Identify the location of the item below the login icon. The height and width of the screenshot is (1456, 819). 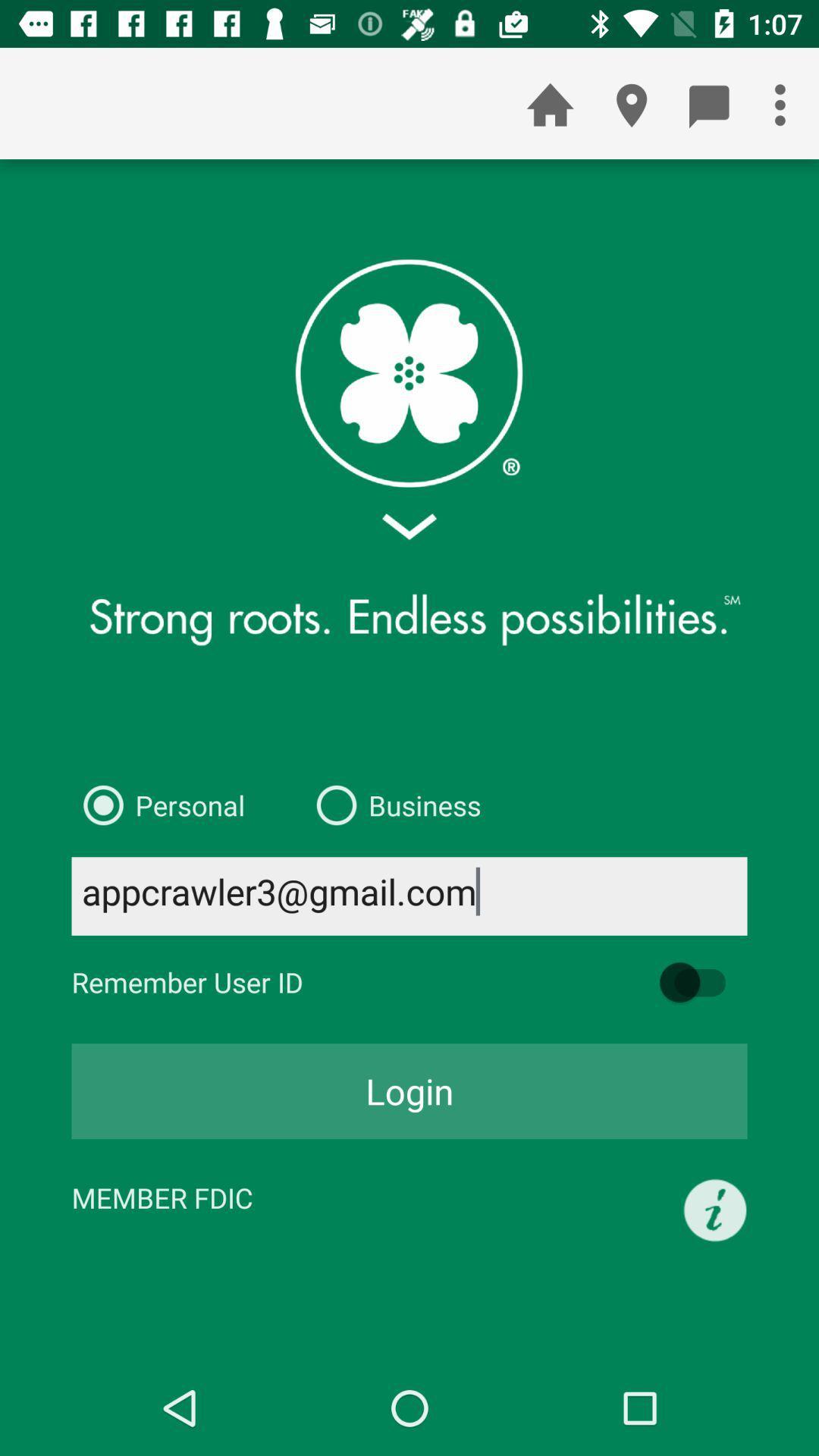
(715, 1210).